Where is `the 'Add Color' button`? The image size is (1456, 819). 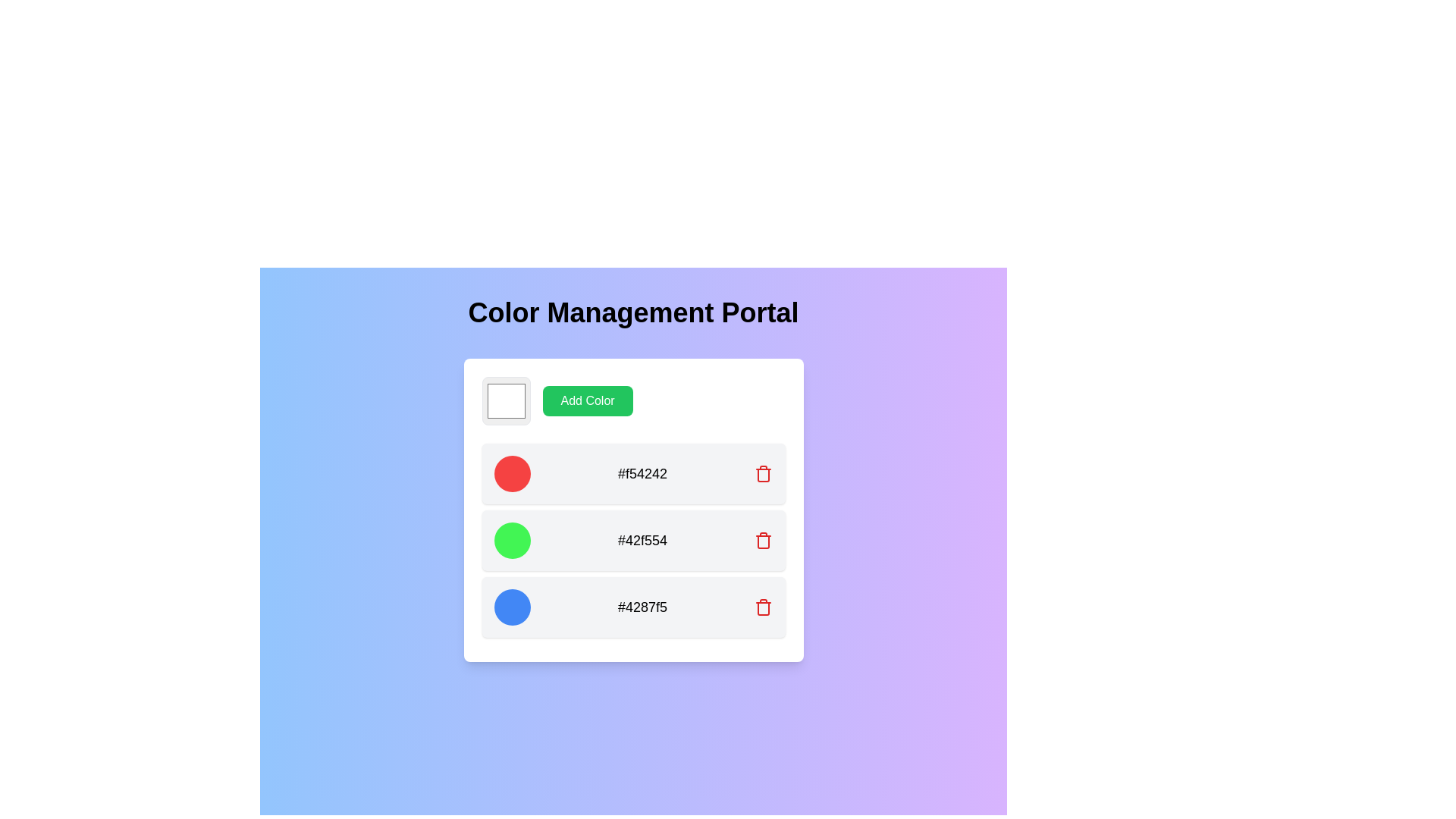
the 'Add Color' button is located at coordinates (587, 400).